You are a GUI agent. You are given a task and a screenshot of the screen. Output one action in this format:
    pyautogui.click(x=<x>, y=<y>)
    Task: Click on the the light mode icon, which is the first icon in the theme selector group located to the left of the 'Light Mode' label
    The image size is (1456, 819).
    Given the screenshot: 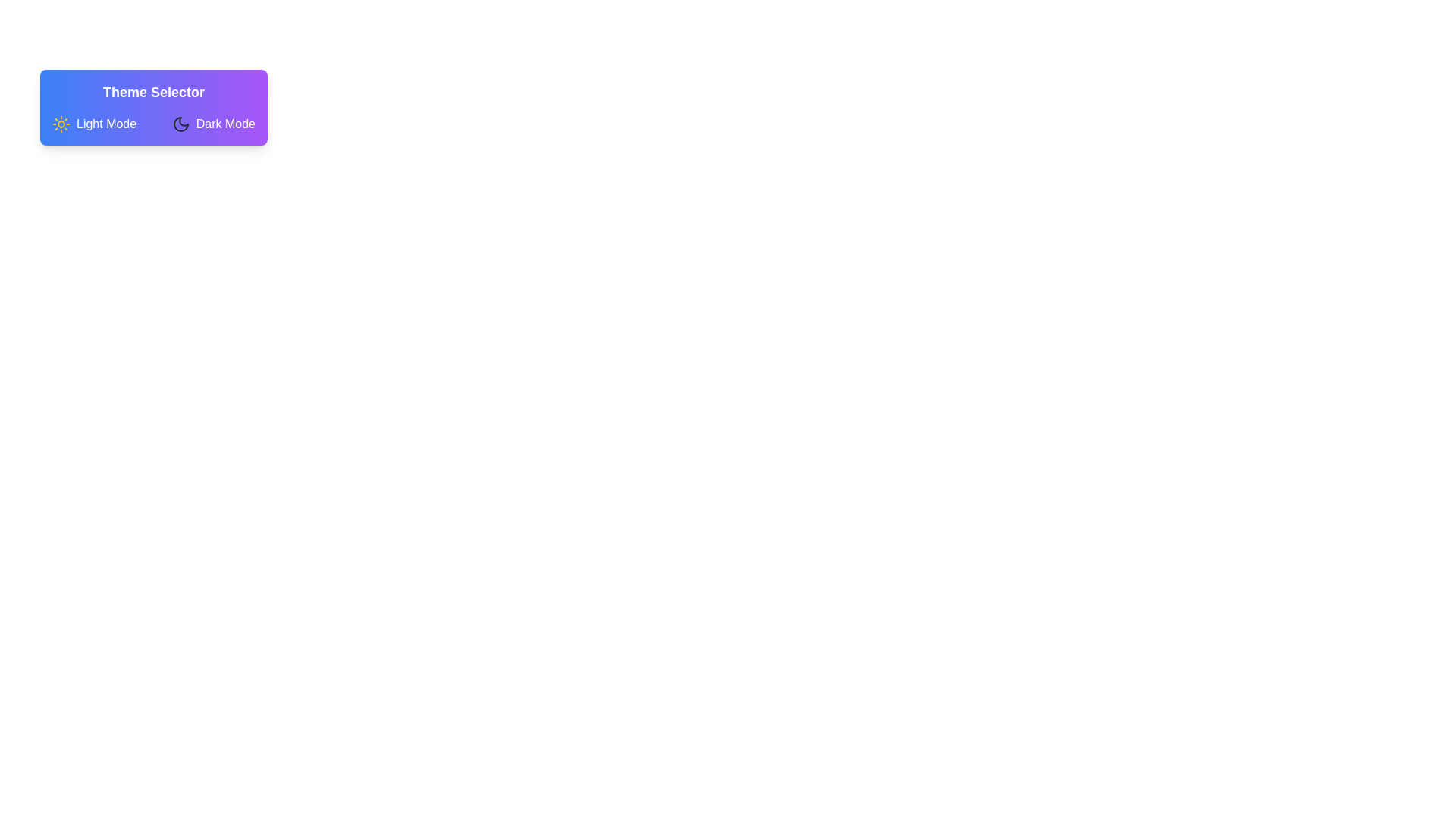 What is the action you would take?
    pyautogui.click(x=61, y=124)
    